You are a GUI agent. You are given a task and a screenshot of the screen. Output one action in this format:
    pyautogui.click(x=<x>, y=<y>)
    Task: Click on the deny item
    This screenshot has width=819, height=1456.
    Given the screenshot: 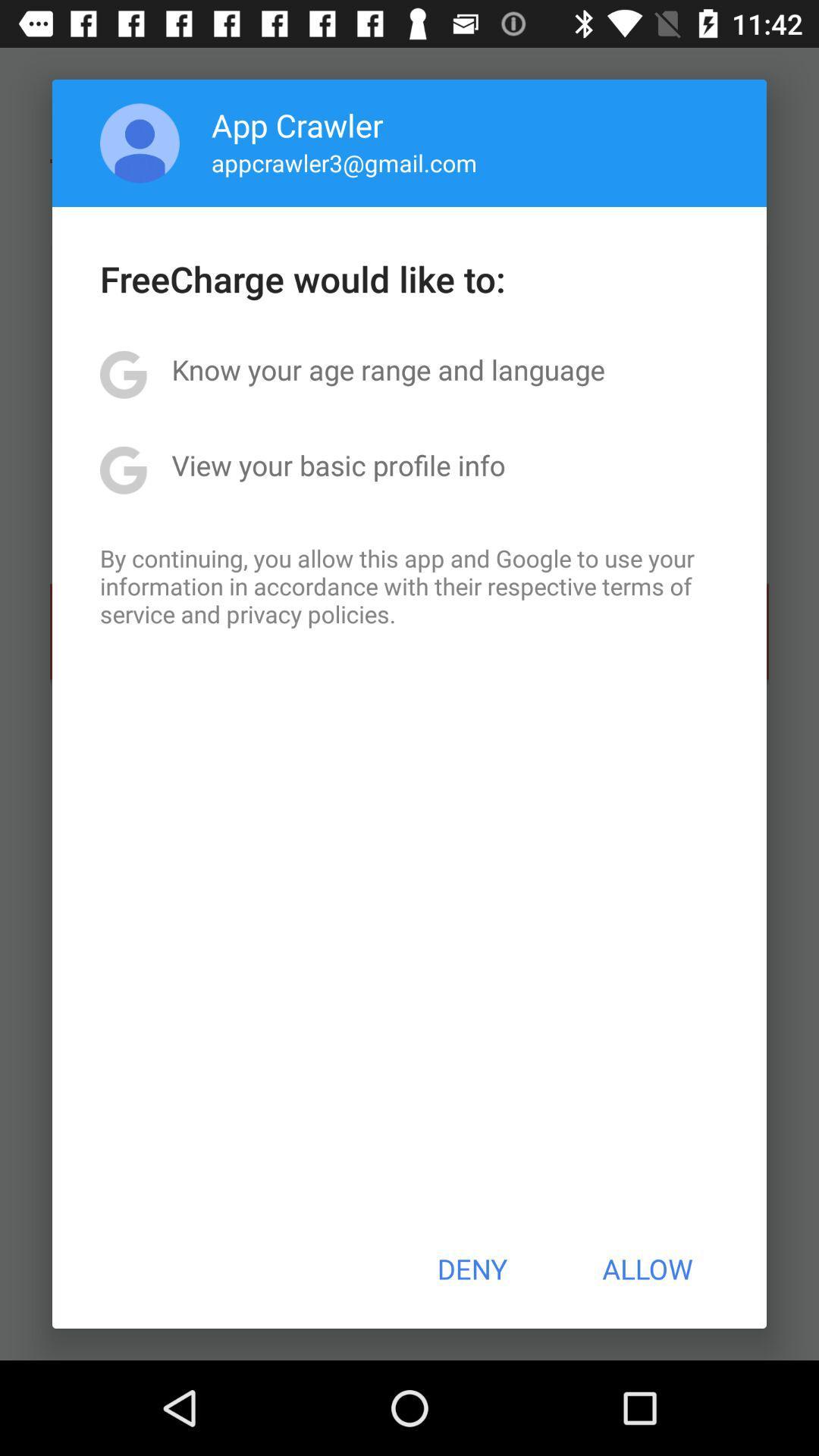 What is the action you would take?
    pyautogui.click(x=471, y=1269)
    